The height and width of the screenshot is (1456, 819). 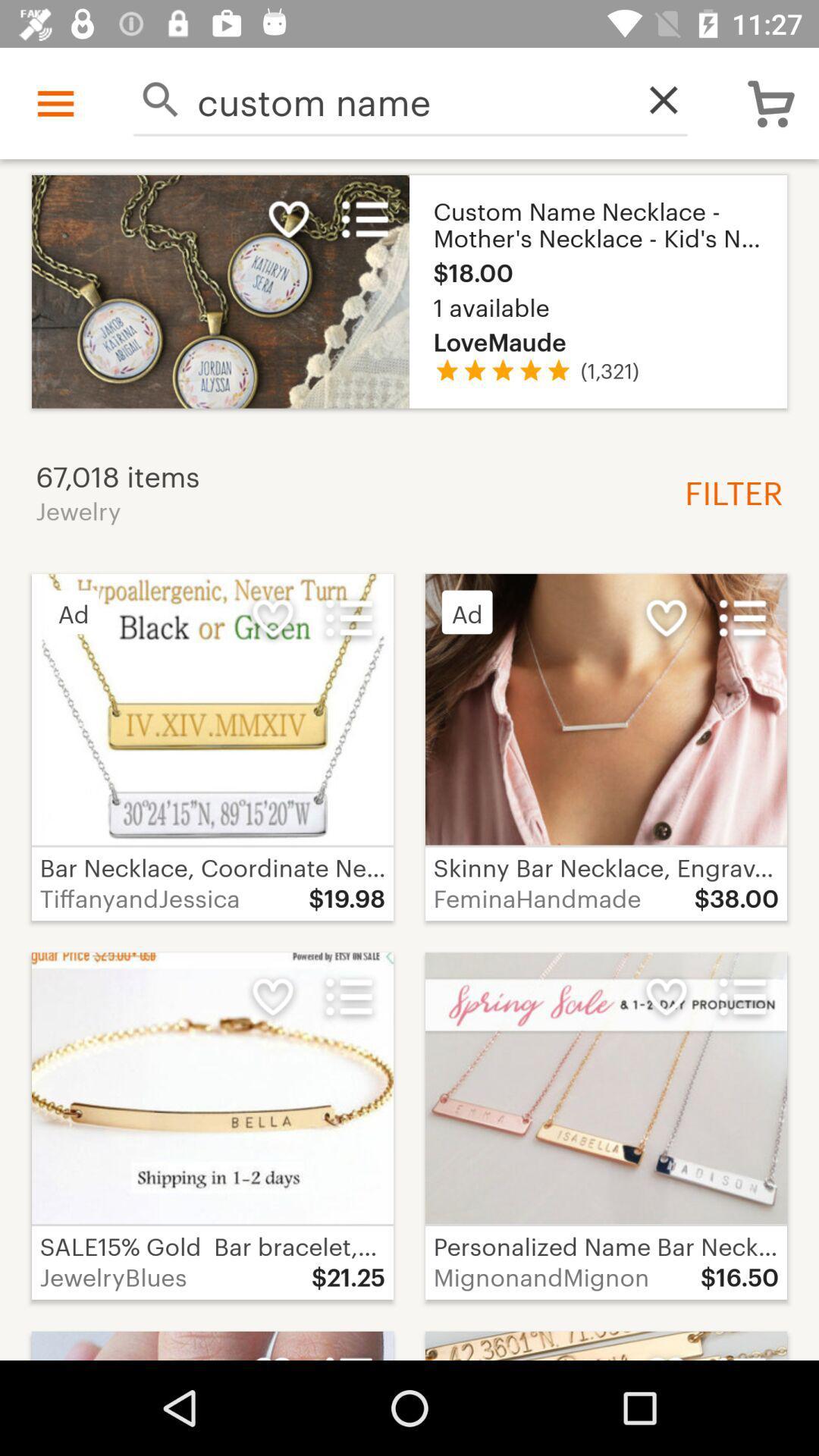 What do you see at coordinates (727, 491) in the screenshot?
I see `filter icon` at bounding box center [727, 491].